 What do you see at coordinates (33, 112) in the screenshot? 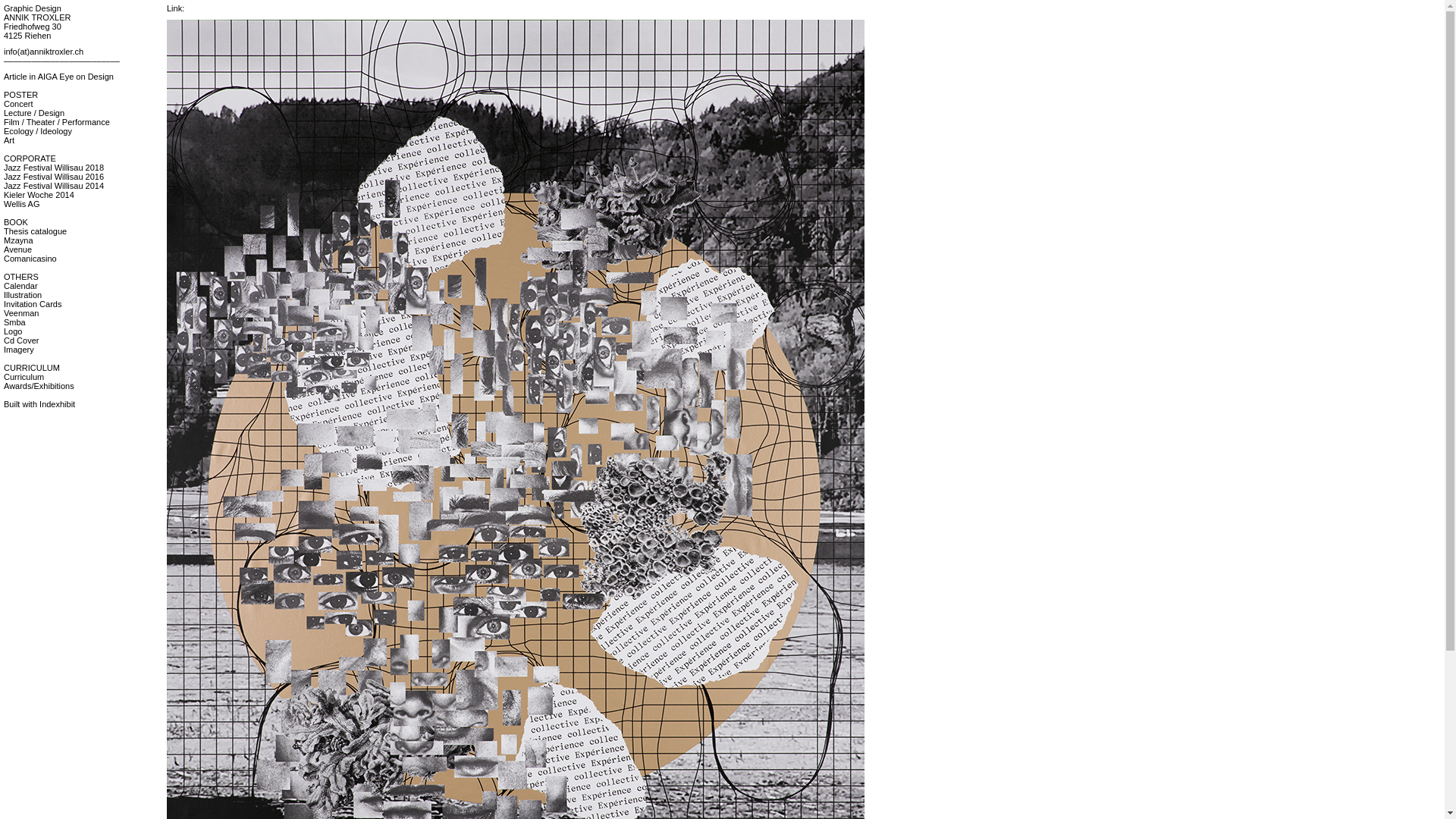
I see `'Lecture / Design'` at bounding box center [33, 112].